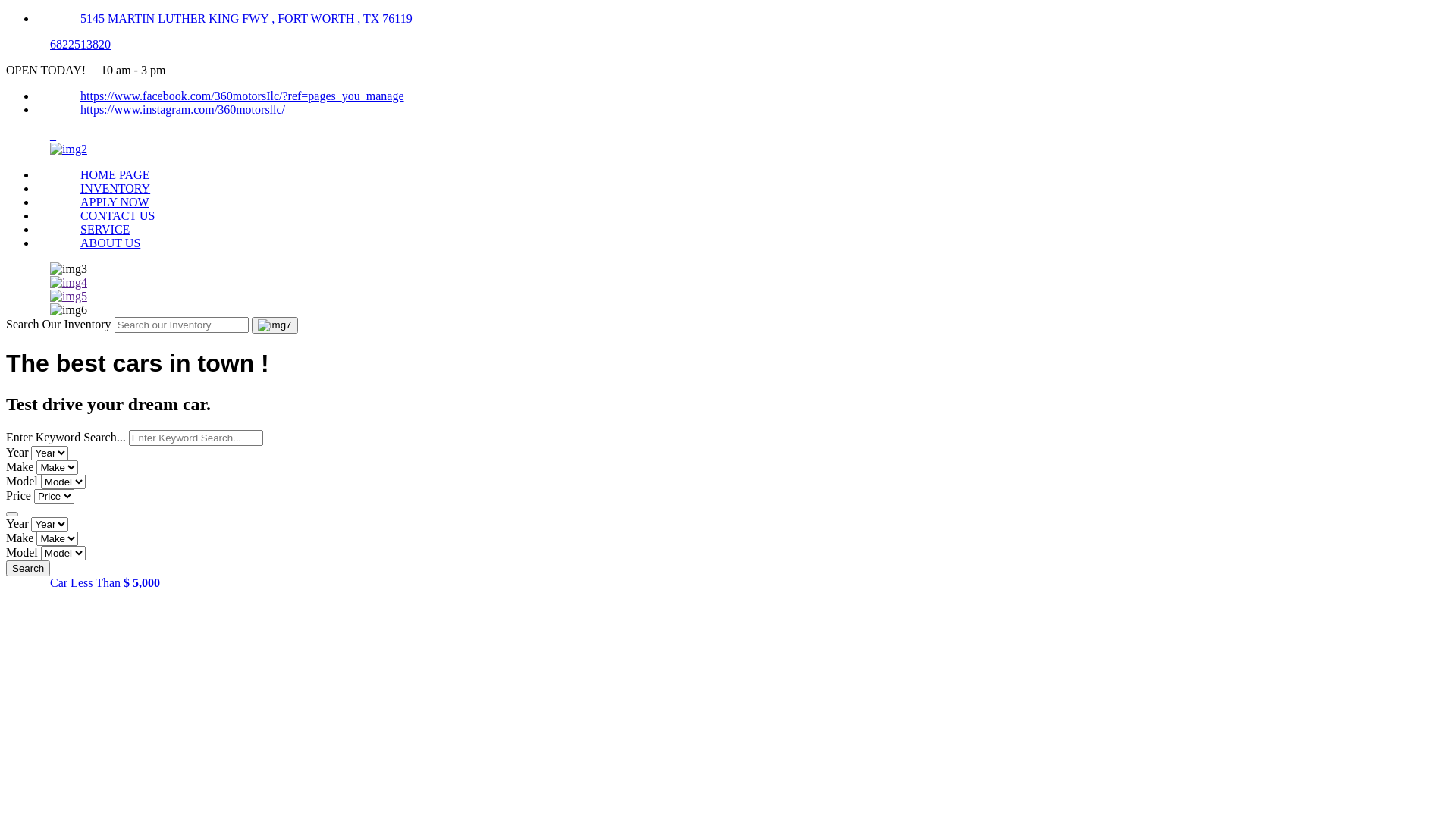 The width and height of the screenshot is (1456, 819). I want to click on 'Search', so click(28, 568).